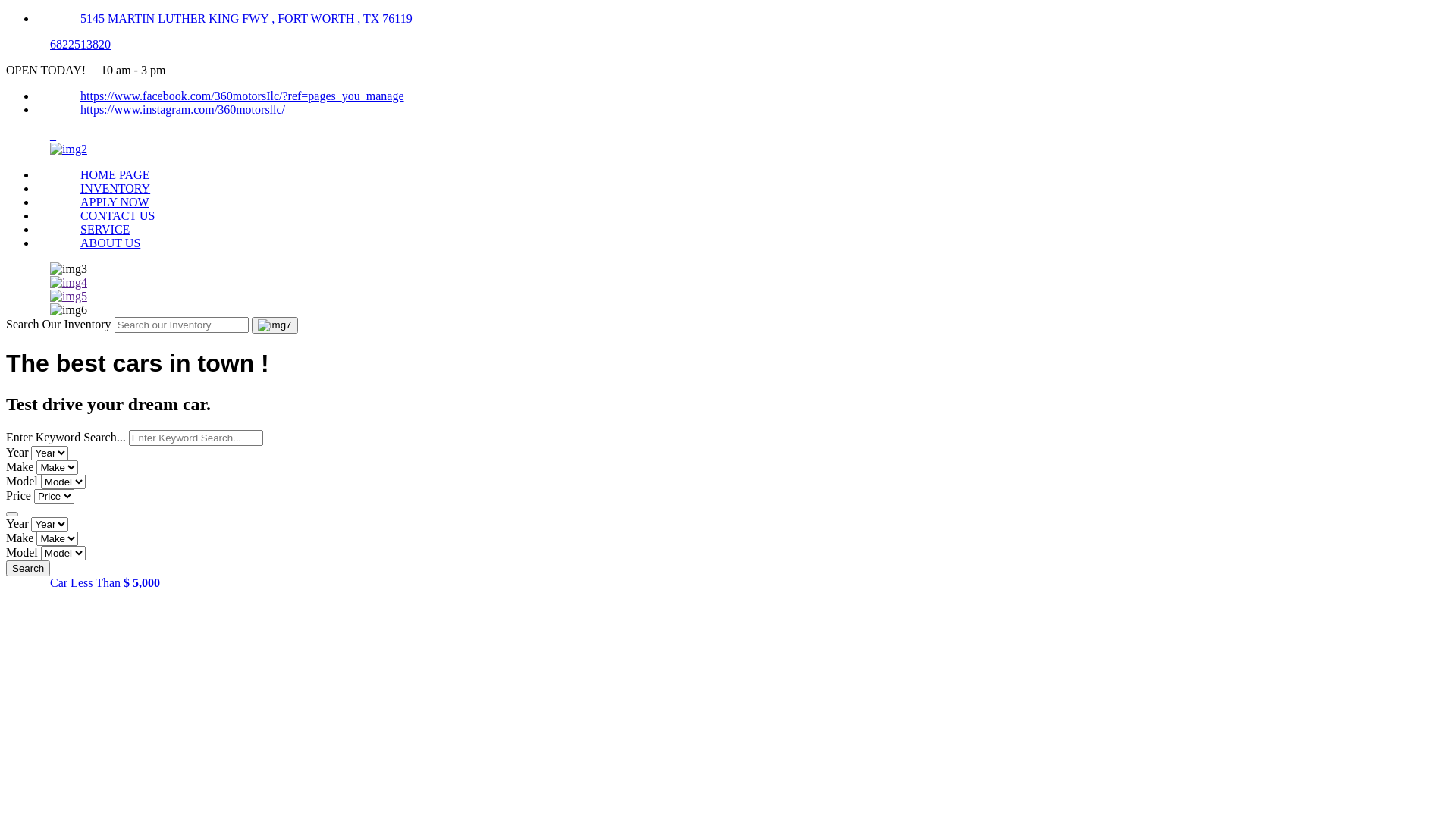 The width and height of the screenshot is (1456, 819). I want to click on 'Search', so click(28, 568).